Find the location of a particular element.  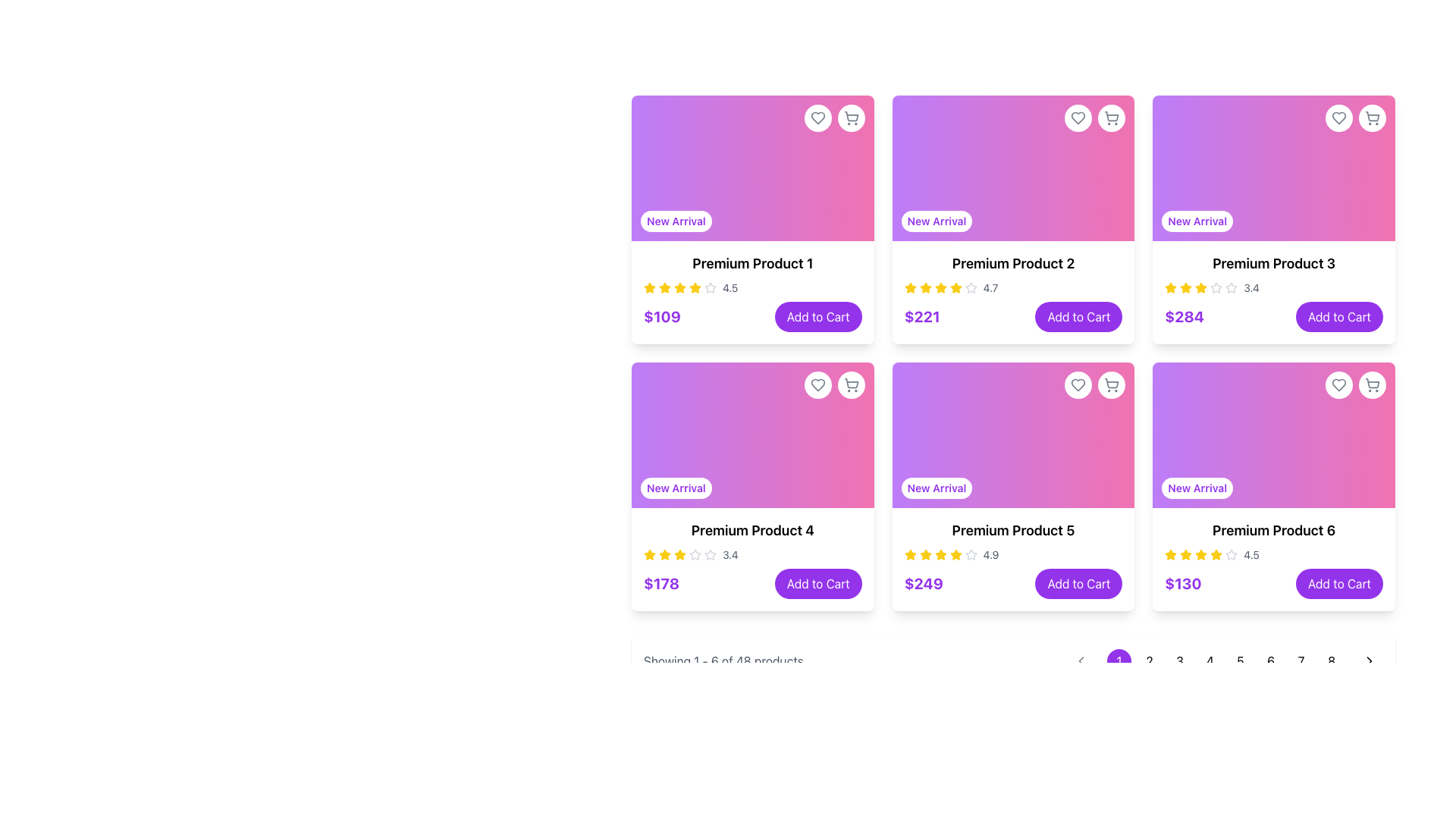

the fifth star icon in the rating system for the 'Premium Product 5' section to interact with the rating is located at coordinates (955, 555).